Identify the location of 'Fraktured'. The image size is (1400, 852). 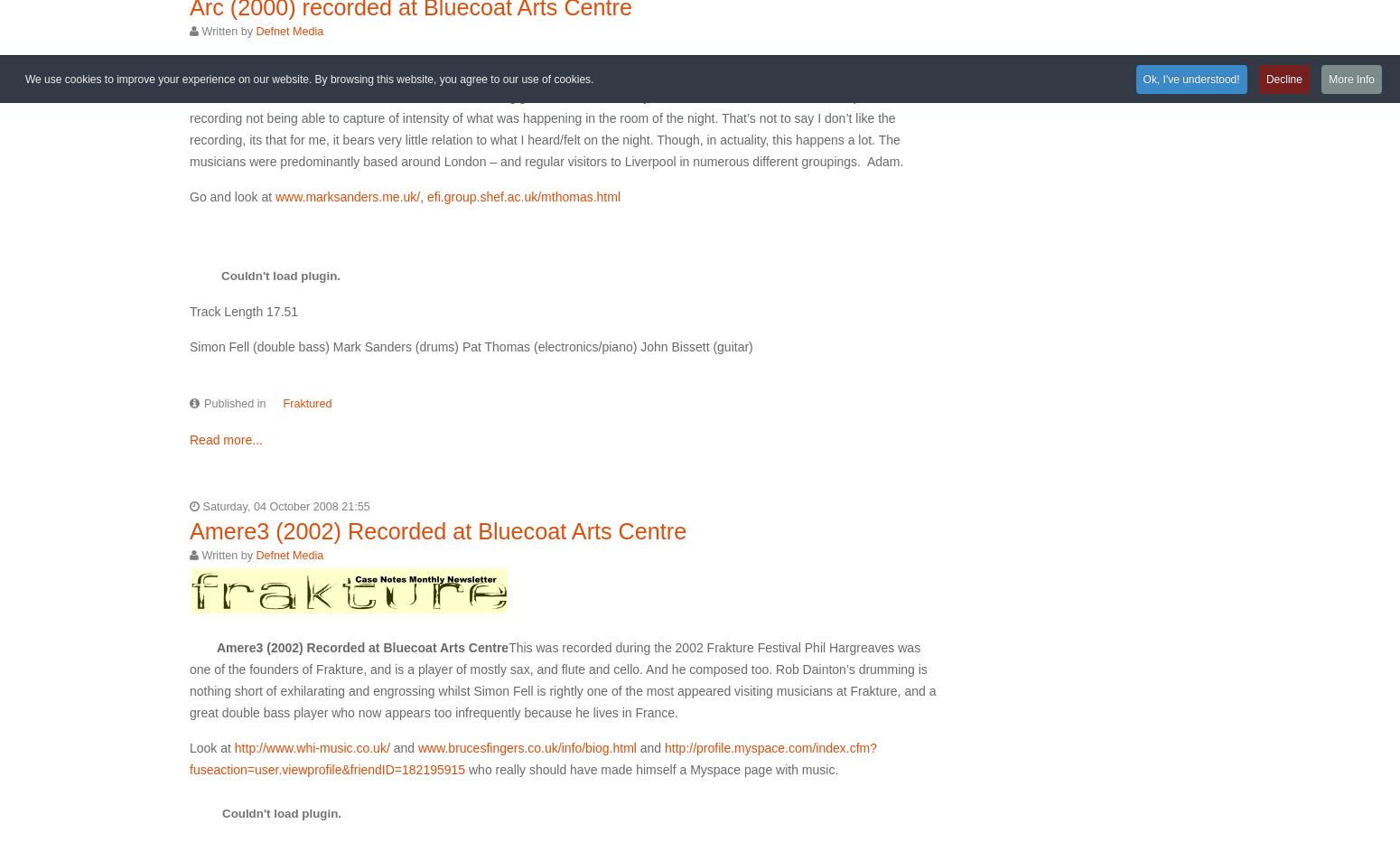
(306, 403).